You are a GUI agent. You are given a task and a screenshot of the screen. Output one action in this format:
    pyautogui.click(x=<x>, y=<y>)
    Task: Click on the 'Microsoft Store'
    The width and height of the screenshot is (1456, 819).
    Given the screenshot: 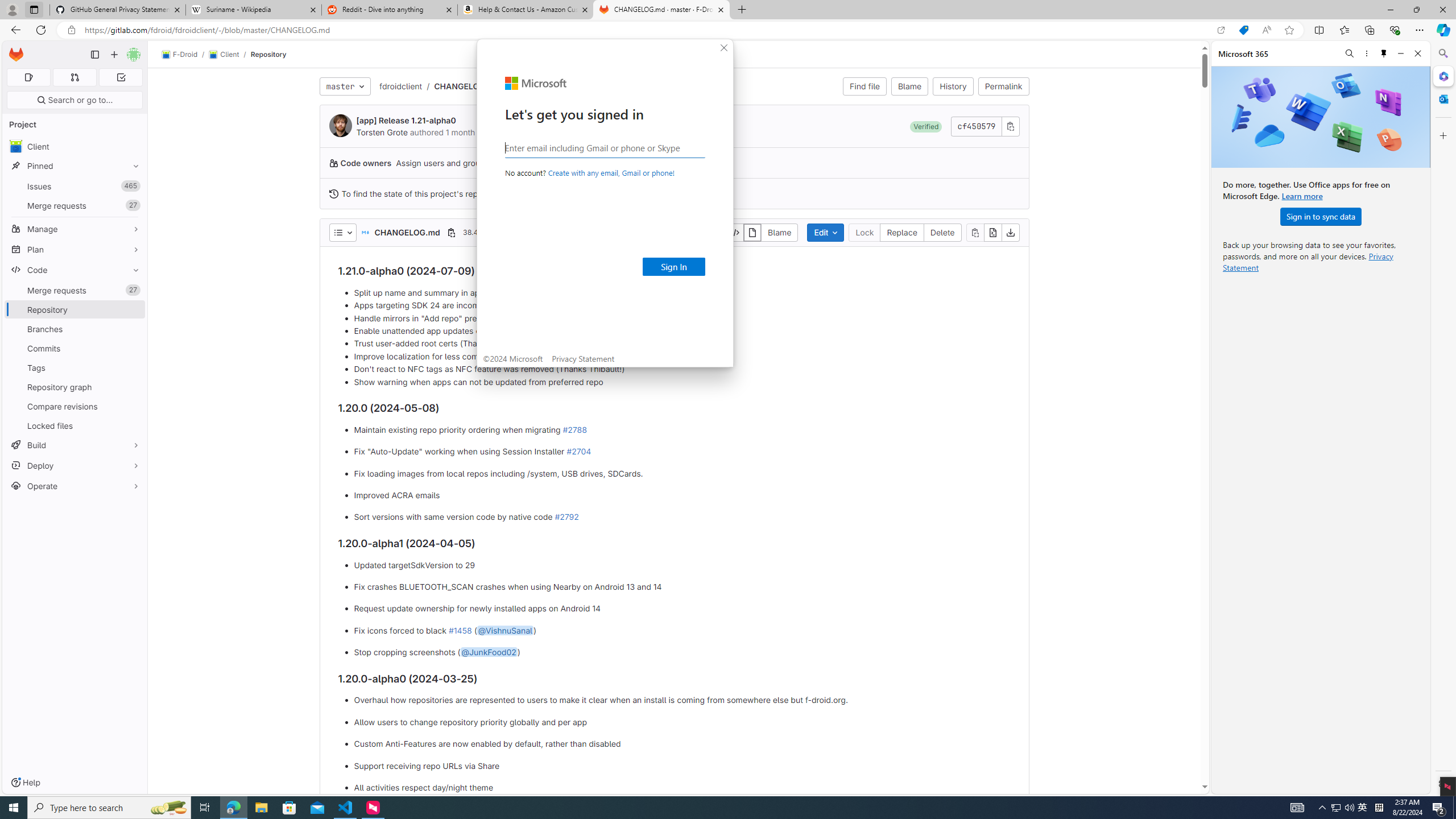 What is the action you would take?
    pyautogui.click(x=289, y=806)
    